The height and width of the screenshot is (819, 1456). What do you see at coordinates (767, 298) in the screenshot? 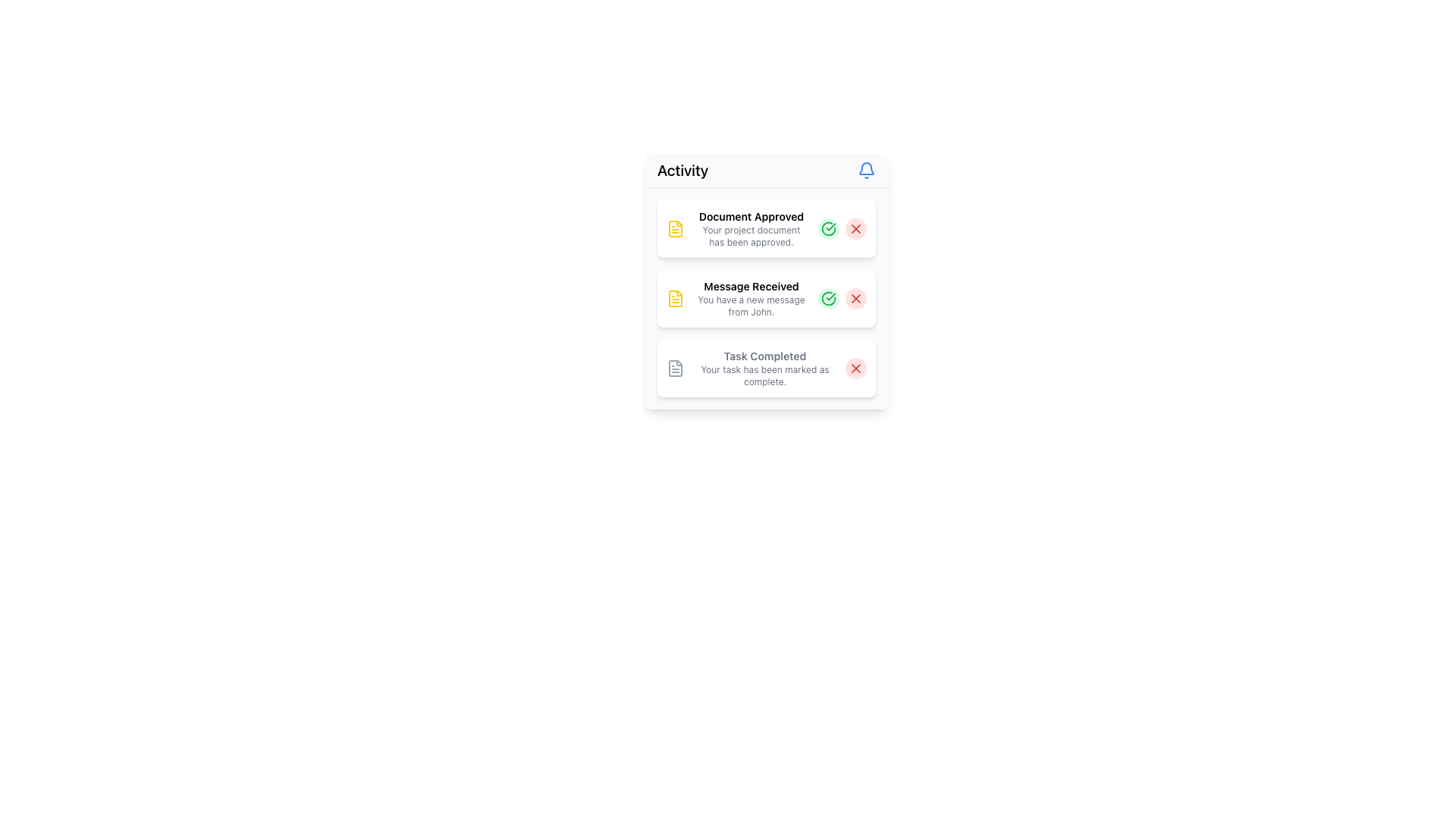
I see `the notification list element styled as a vertical list located in the 'Activity' card layout` at bounding box center [767, 298].